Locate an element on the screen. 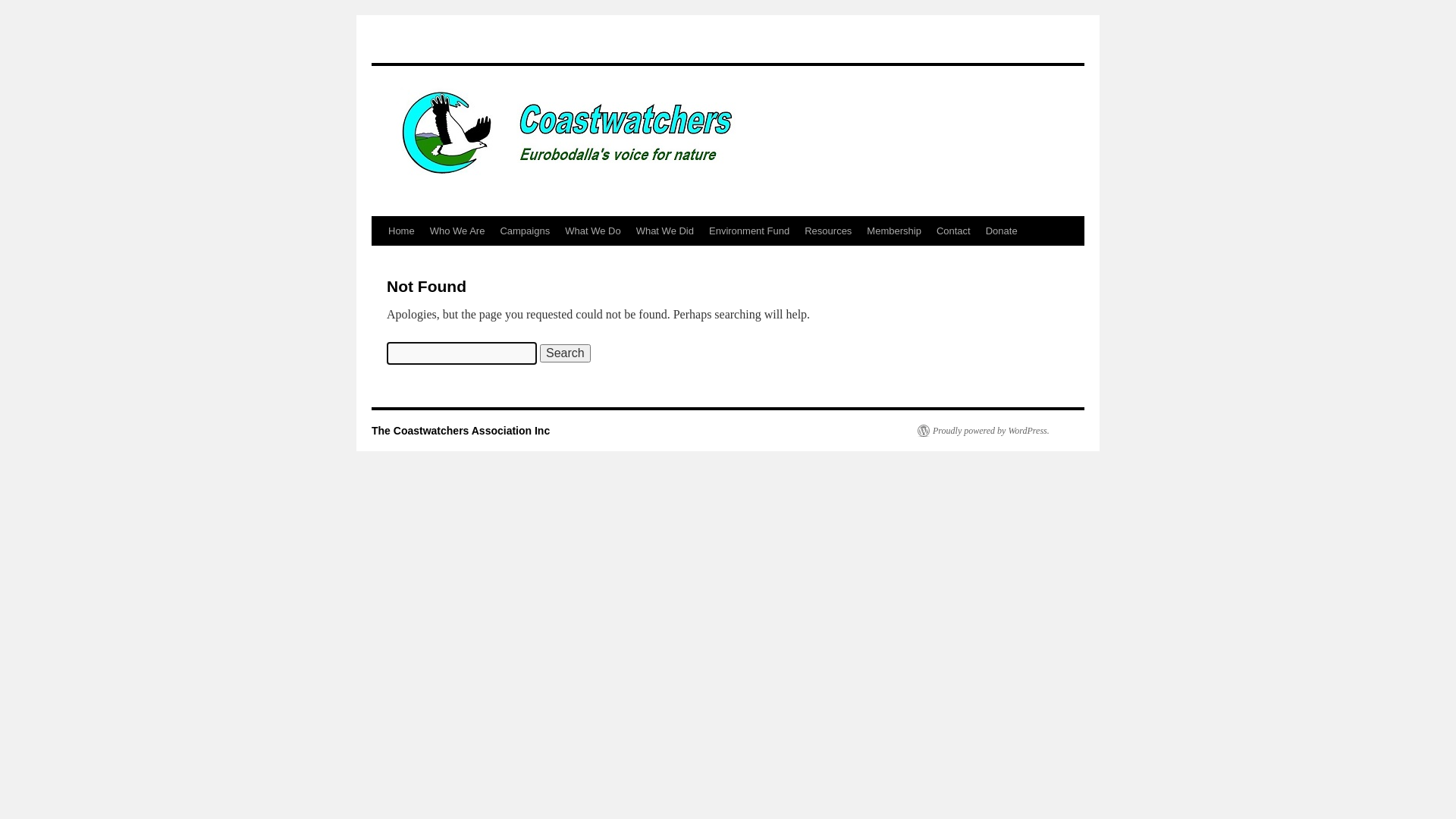 Image resolution: width=1456 pixels, height=819 pixels. 'Search' is located at coordinates (564, 353).